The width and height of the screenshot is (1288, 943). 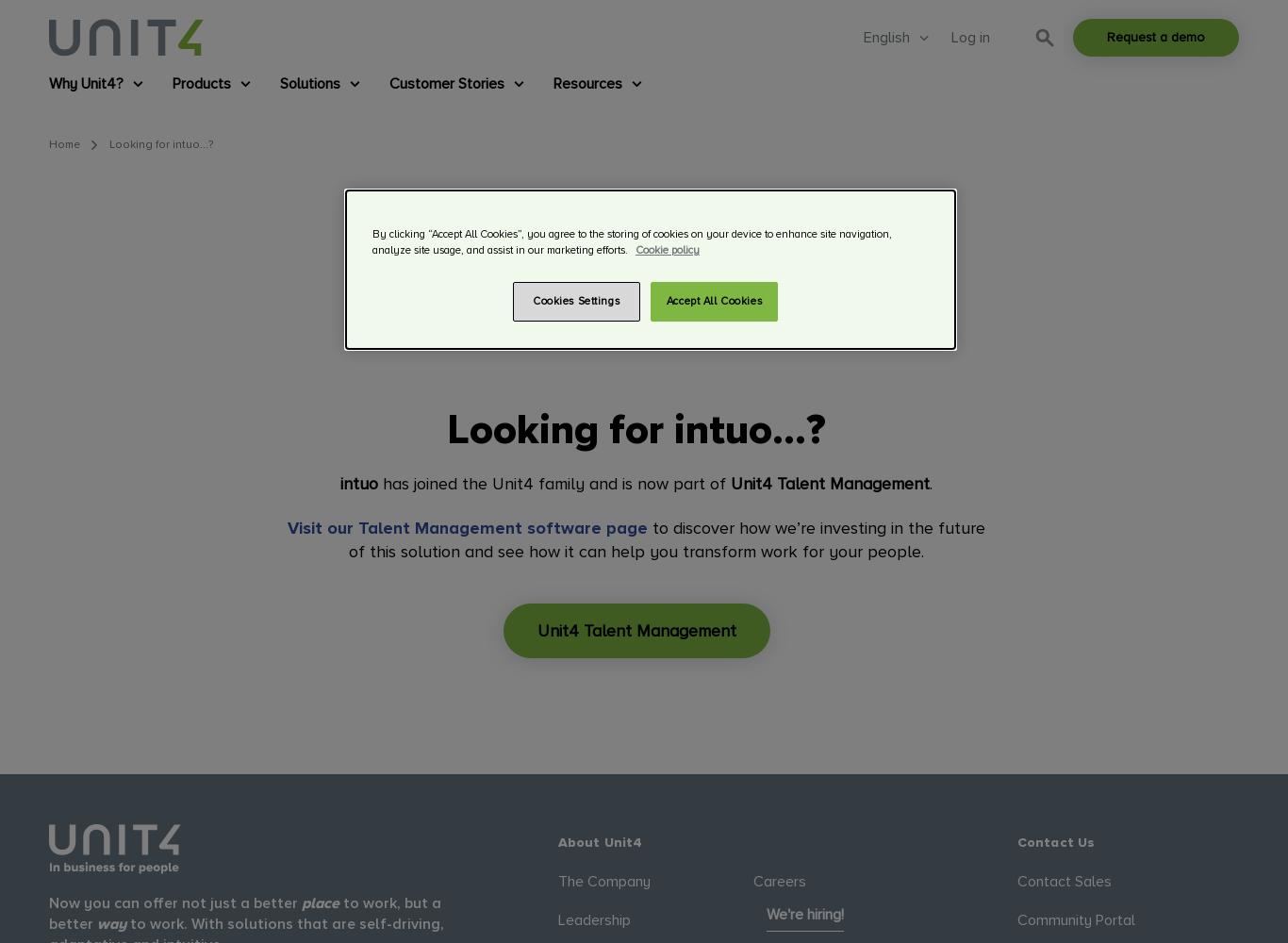 I want to click on 'Visit our Talent Management software page', so click(x=467, y=527).